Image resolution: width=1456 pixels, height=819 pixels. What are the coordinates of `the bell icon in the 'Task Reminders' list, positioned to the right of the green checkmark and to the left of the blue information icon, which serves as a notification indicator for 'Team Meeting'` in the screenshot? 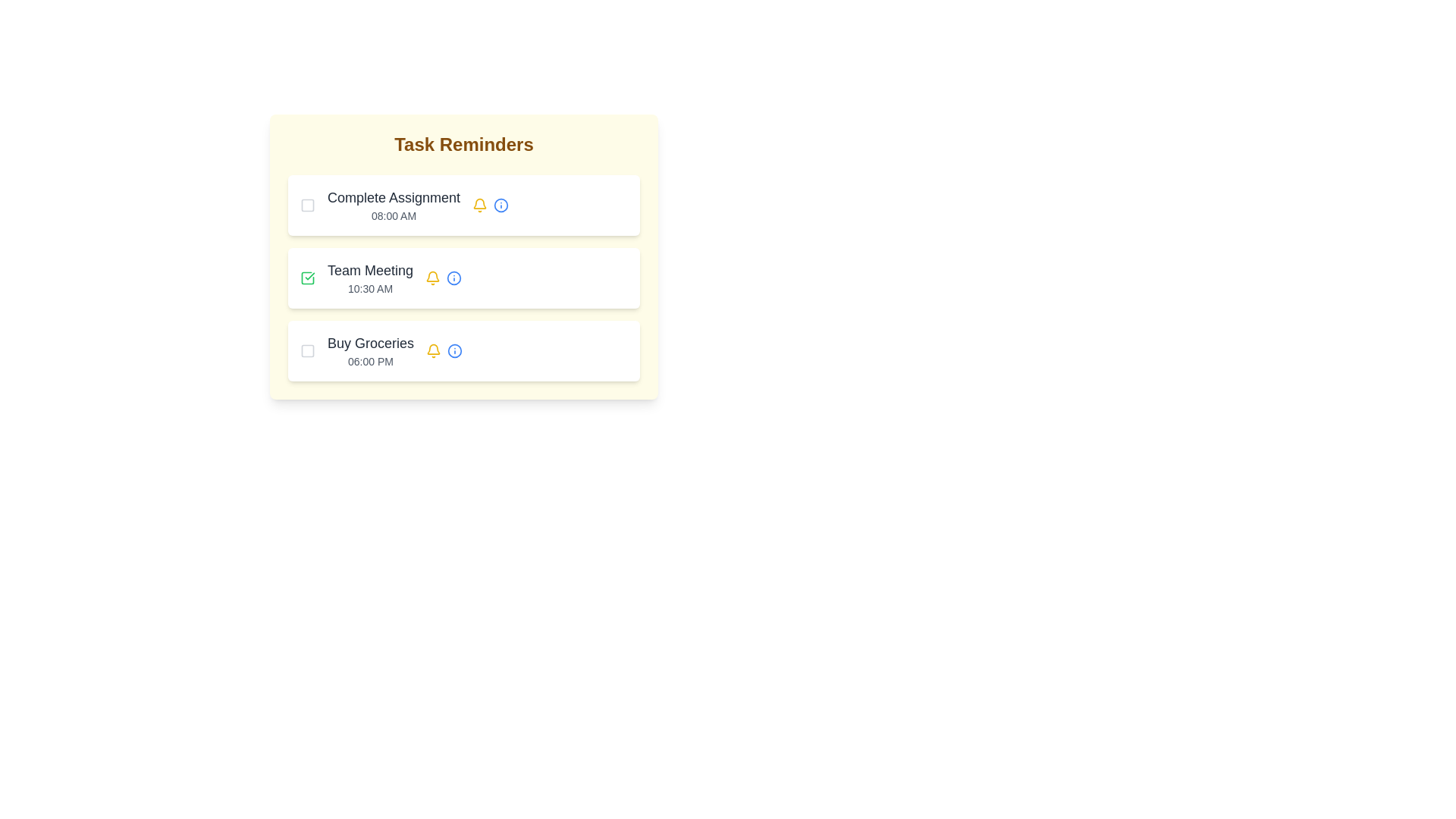 It's located at (479, 205).